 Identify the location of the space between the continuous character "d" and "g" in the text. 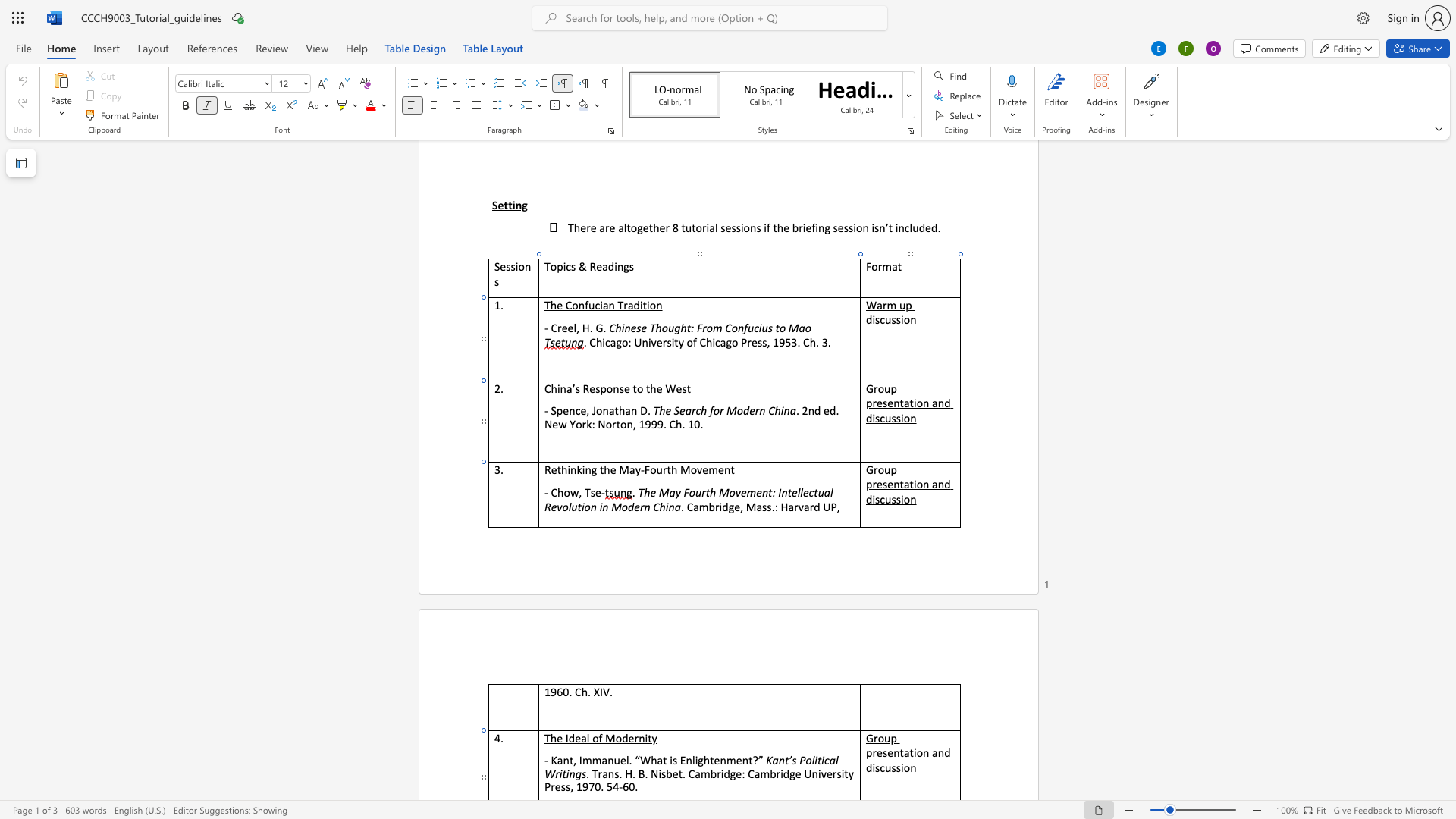
(728, 507).